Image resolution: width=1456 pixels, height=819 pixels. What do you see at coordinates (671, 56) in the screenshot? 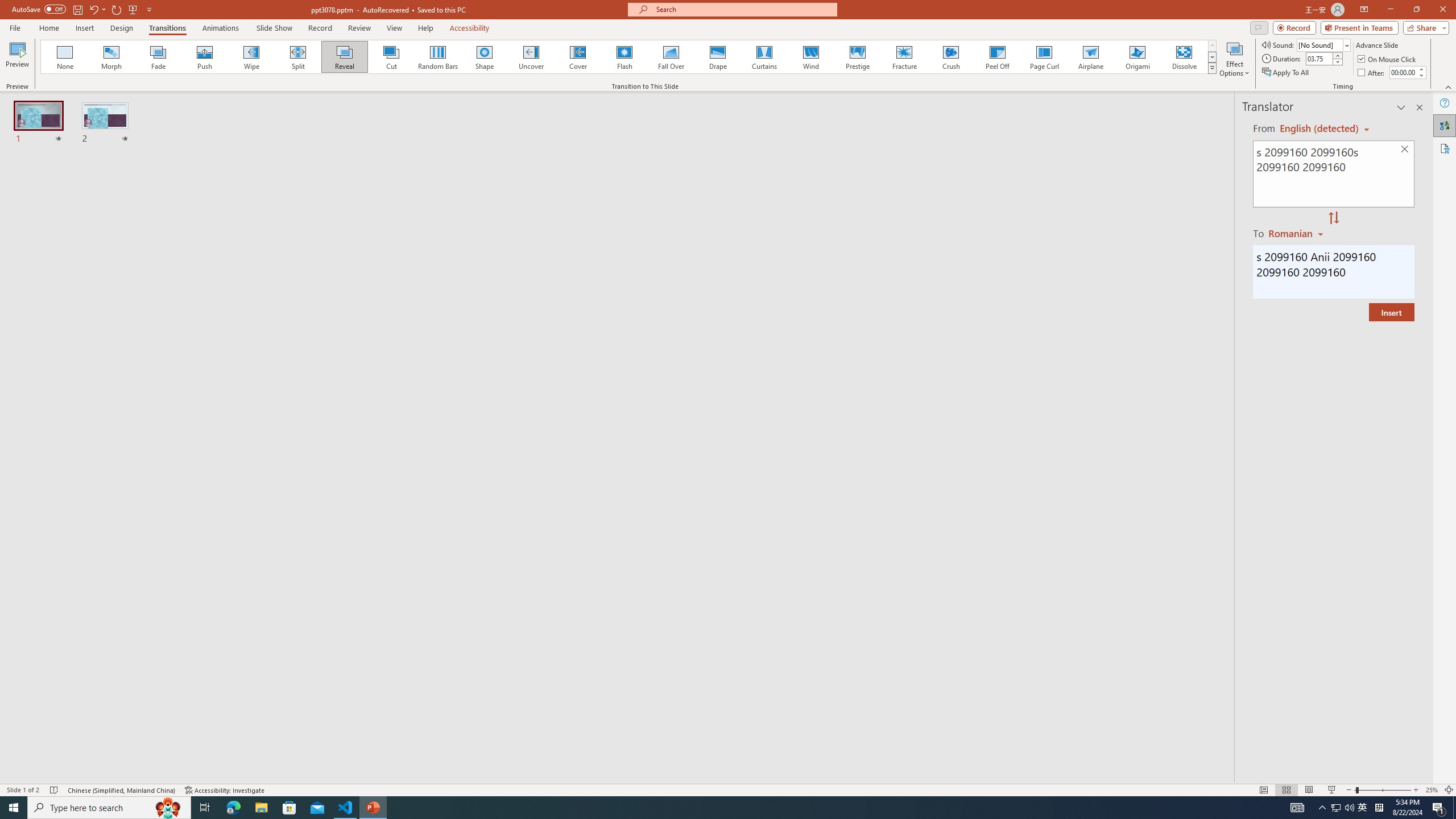
I see `'Fall Over'` at bounding box center [671, 56].